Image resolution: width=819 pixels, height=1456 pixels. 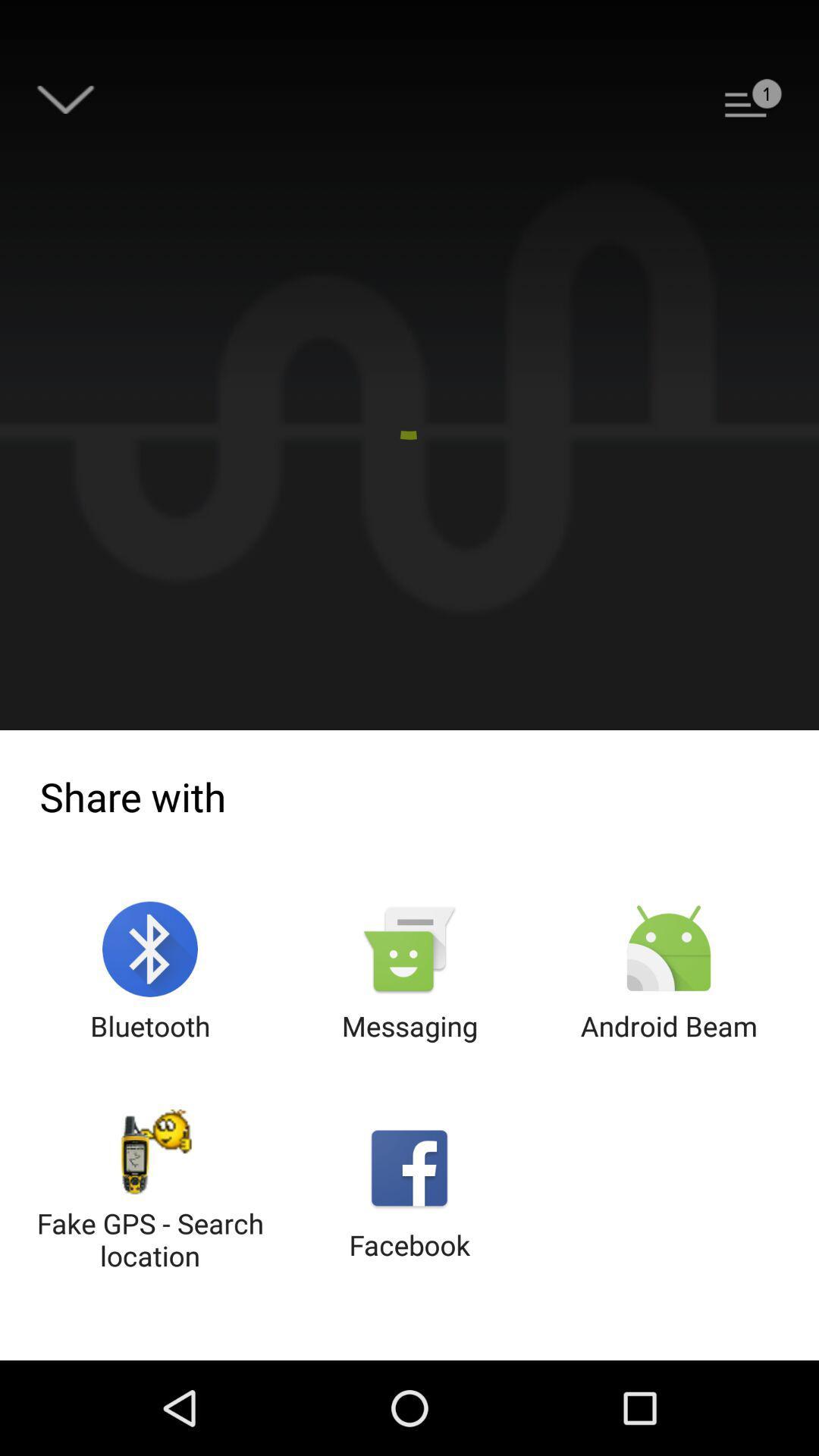 I want to click on fake gps search icon, so click(x=150, y=1191).